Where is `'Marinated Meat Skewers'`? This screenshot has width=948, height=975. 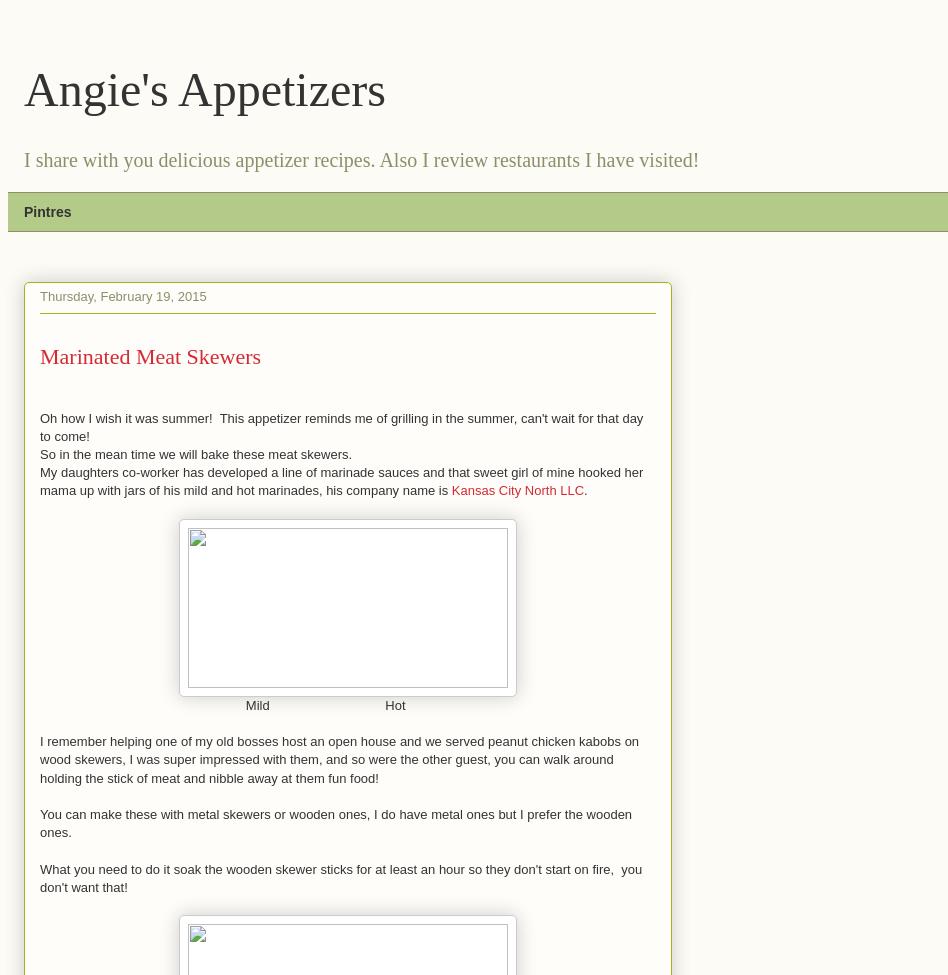 'Marinated Meat Skewers' is located at coordinates (149, 354).